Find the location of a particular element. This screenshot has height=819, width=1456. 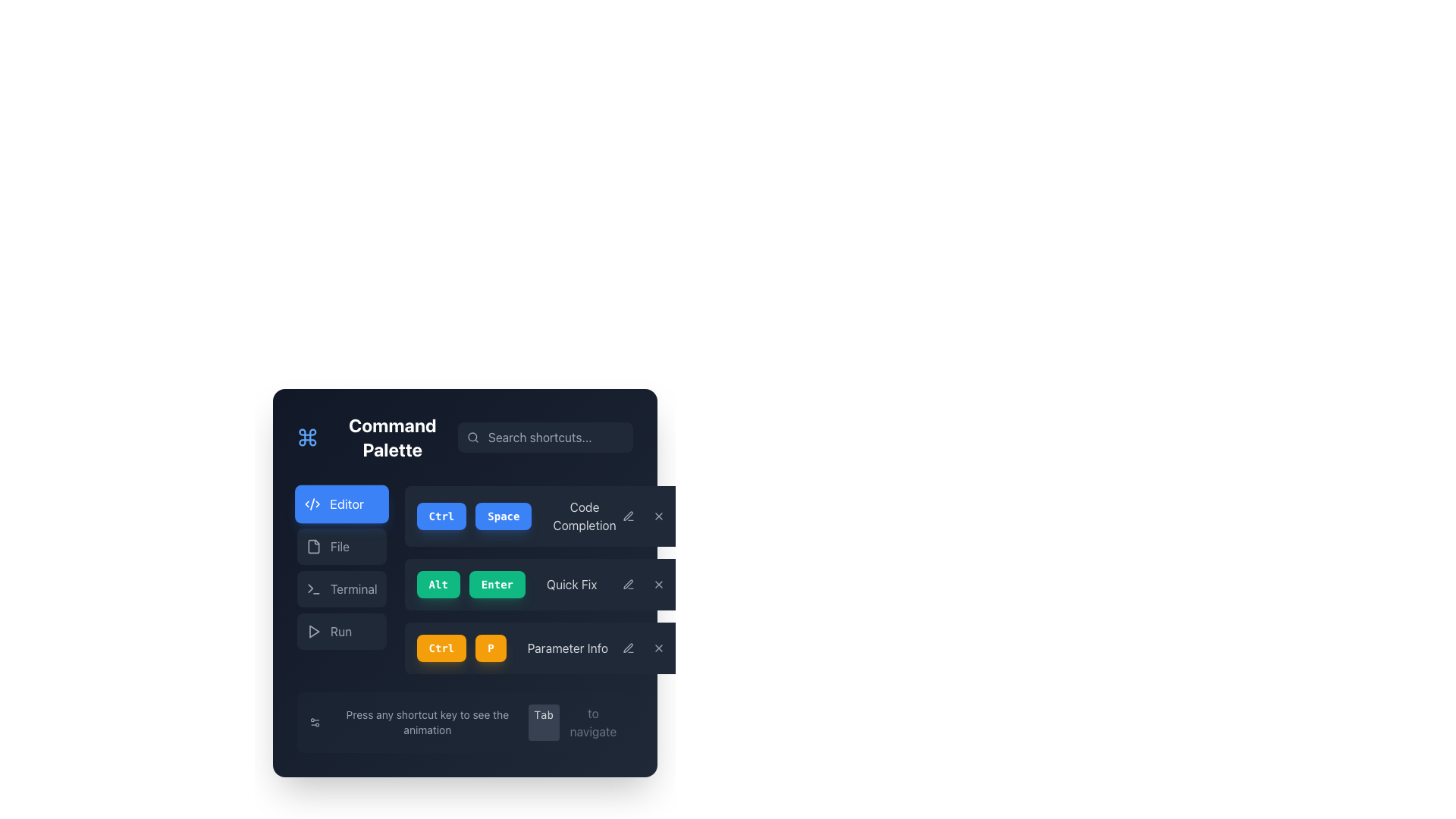

the edit icon located immediately to the right of the 'Code Completion' label in the Command Palette interface is located at coordinates (628, 516).